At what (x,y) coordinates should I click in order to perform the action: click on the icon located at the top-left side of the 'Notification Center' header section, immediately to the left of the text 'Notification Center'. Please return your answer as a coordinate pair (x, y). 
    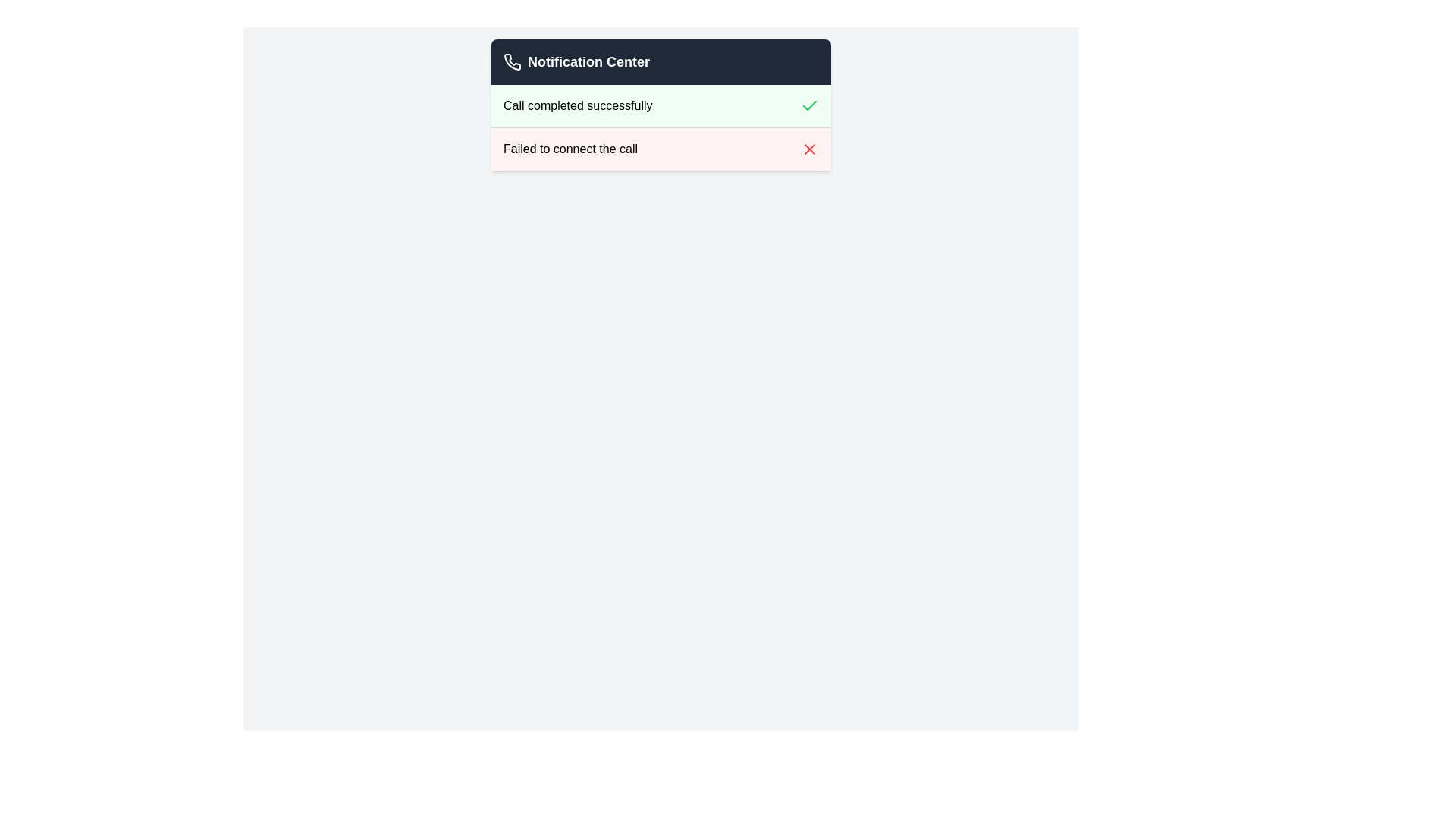
    Looking at the image, I should click on (513, 61).